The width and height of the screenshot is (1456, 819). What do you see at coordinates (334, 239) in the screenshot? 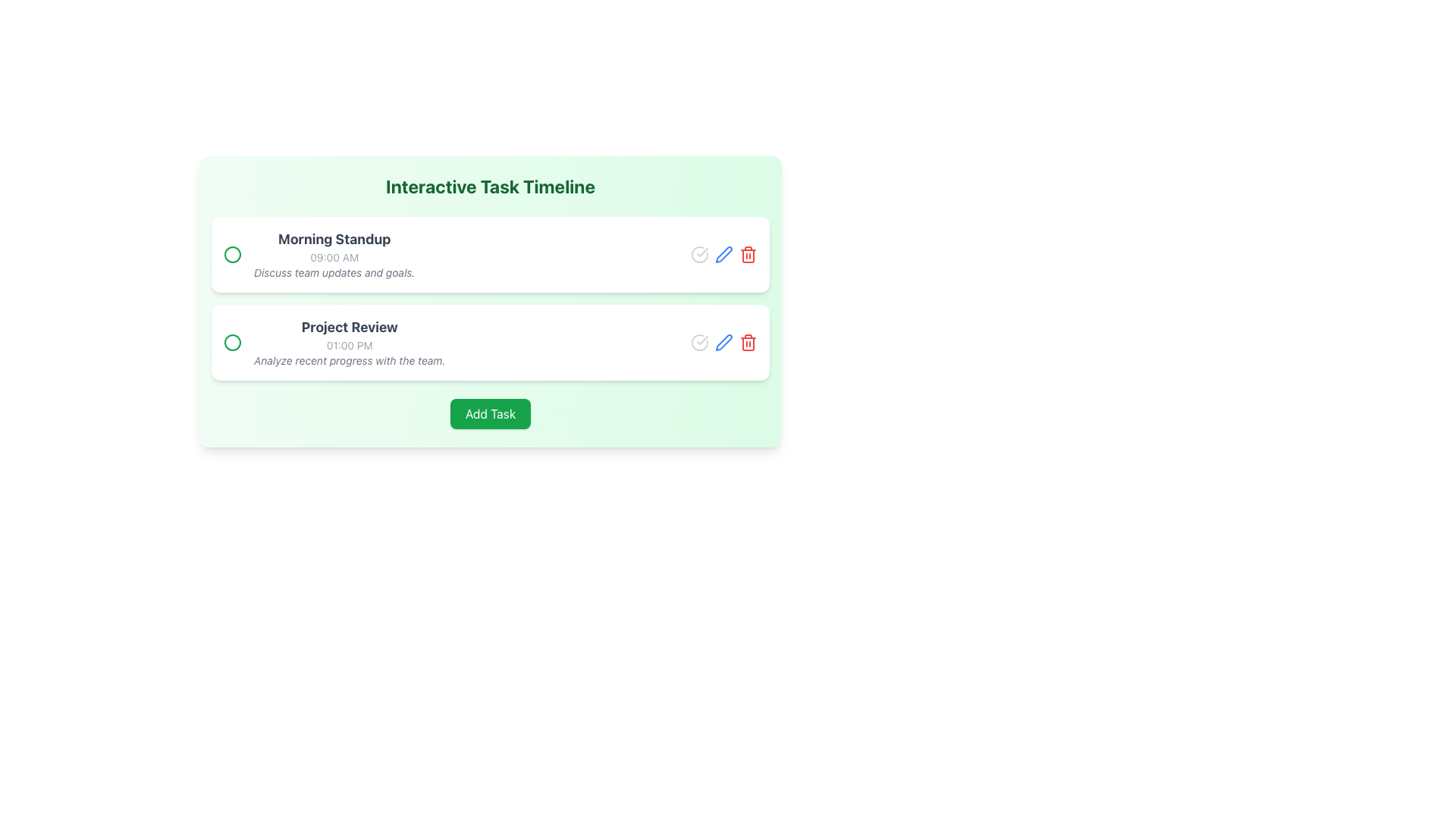
I see `the header/title element located at the top of the first task card on the timeline interface` at bounding box center [334, 239].